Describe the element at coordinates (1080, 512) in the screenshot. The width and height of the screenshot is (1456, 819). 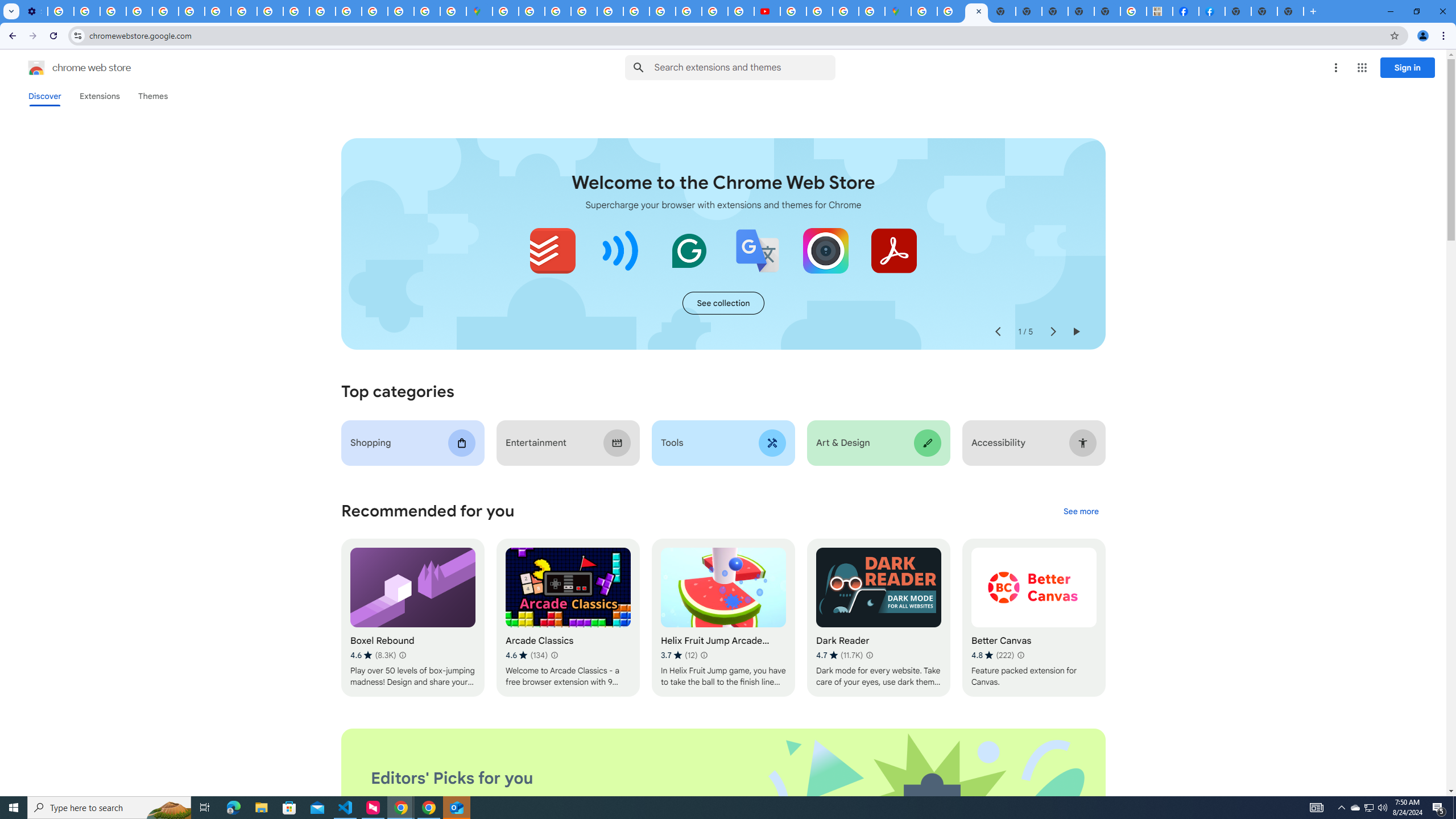
I see `'See more personalized recommendations'` at that location.